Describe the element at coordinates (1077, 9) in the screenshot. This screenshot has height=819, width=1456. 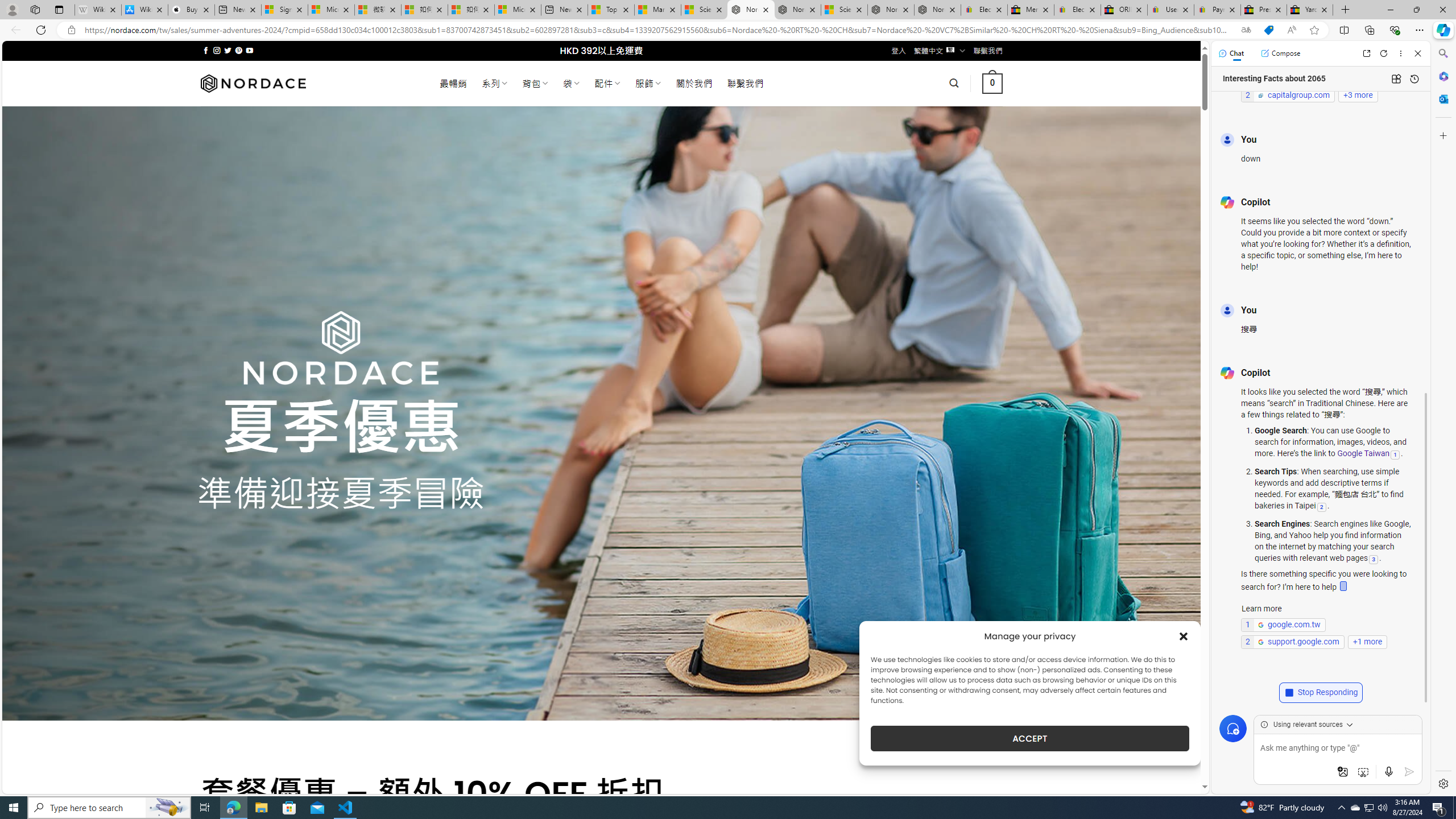
I see `'Electronics, Cars, Fashion, Collectibles & More | eBay'` at that location.